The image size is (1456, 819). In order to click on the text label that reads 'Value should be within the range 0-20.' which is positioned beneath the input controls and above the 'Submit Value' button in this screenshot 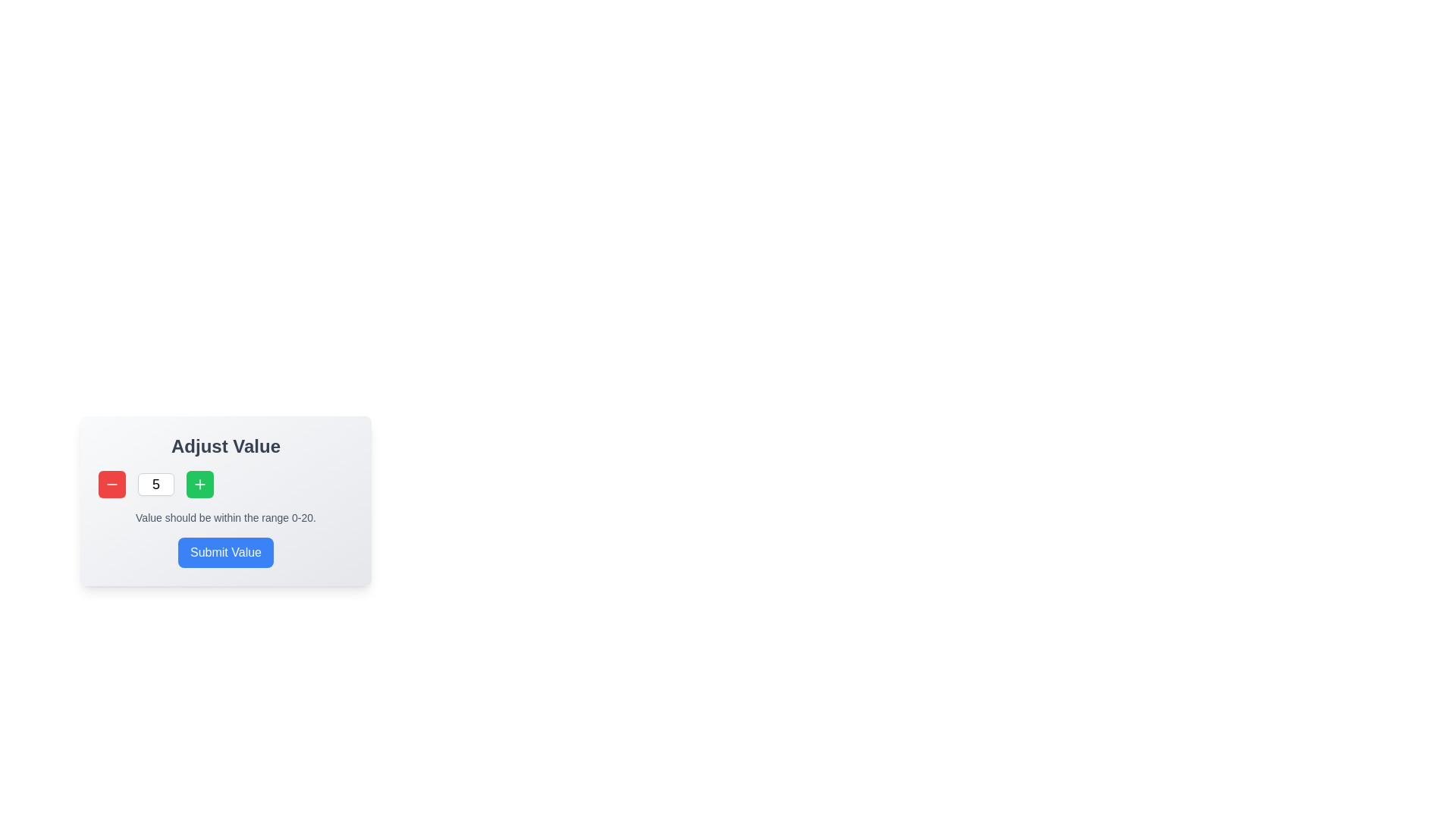, I will do `click(224, 516)`.